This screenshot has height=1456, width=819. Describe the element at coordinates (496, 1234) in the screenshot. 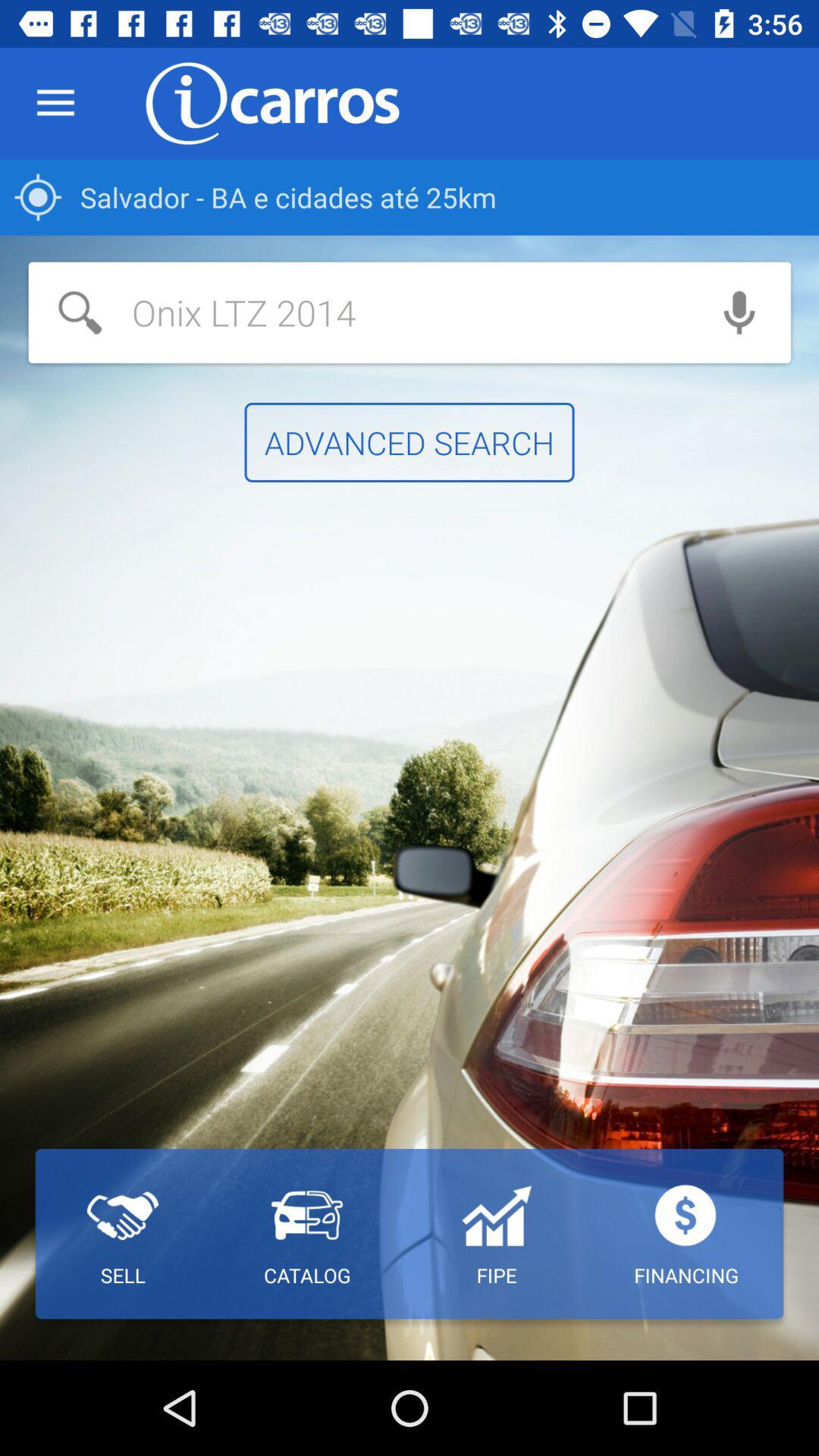

I see `the item to the left of the financing` at that location.